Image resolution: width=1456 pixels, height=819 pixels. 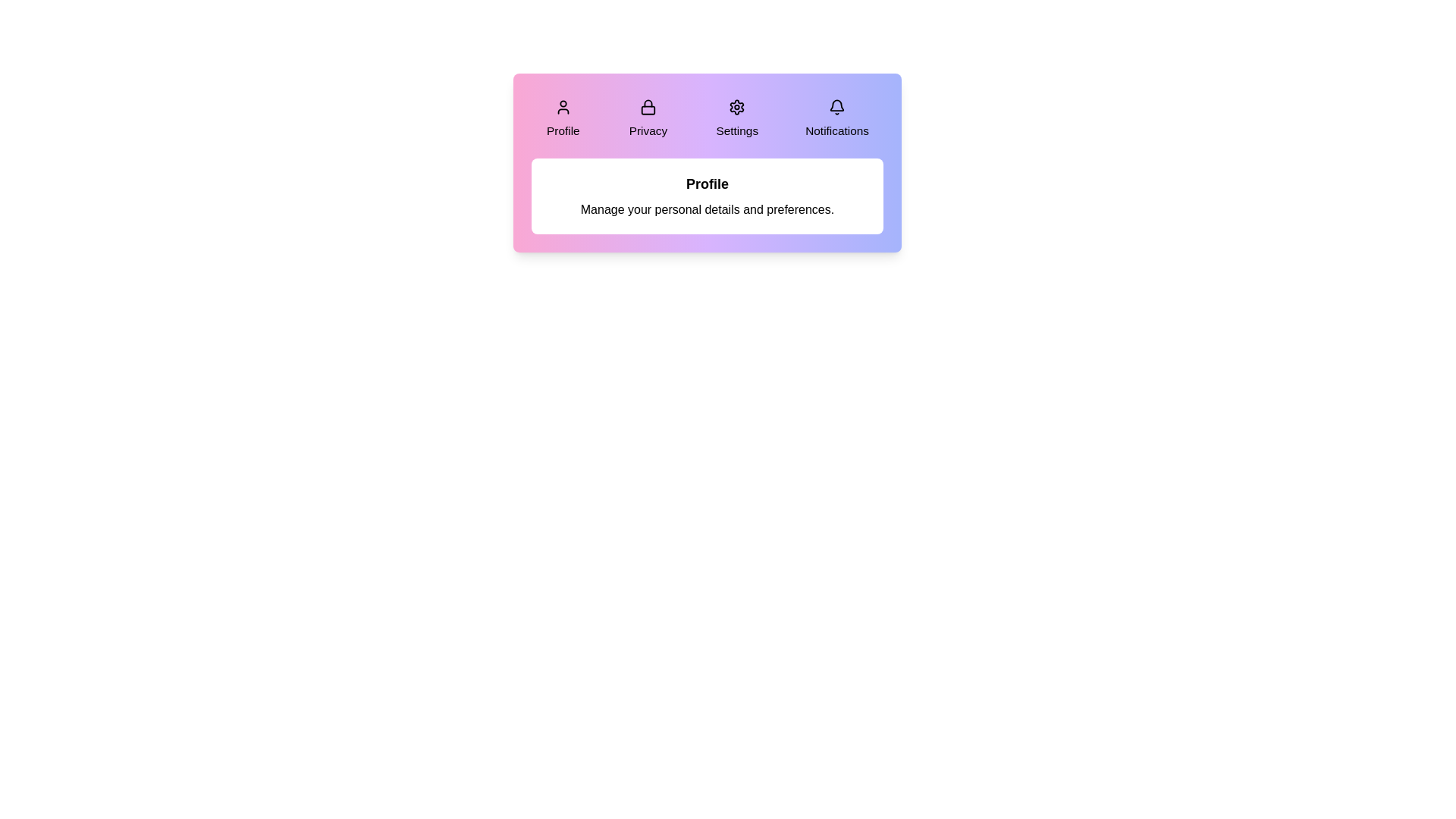 What do you see at coordinates (836, 118) in the screenshot?
I see `the Notifications tab by clicking on it` at bounding box center [836, 118].